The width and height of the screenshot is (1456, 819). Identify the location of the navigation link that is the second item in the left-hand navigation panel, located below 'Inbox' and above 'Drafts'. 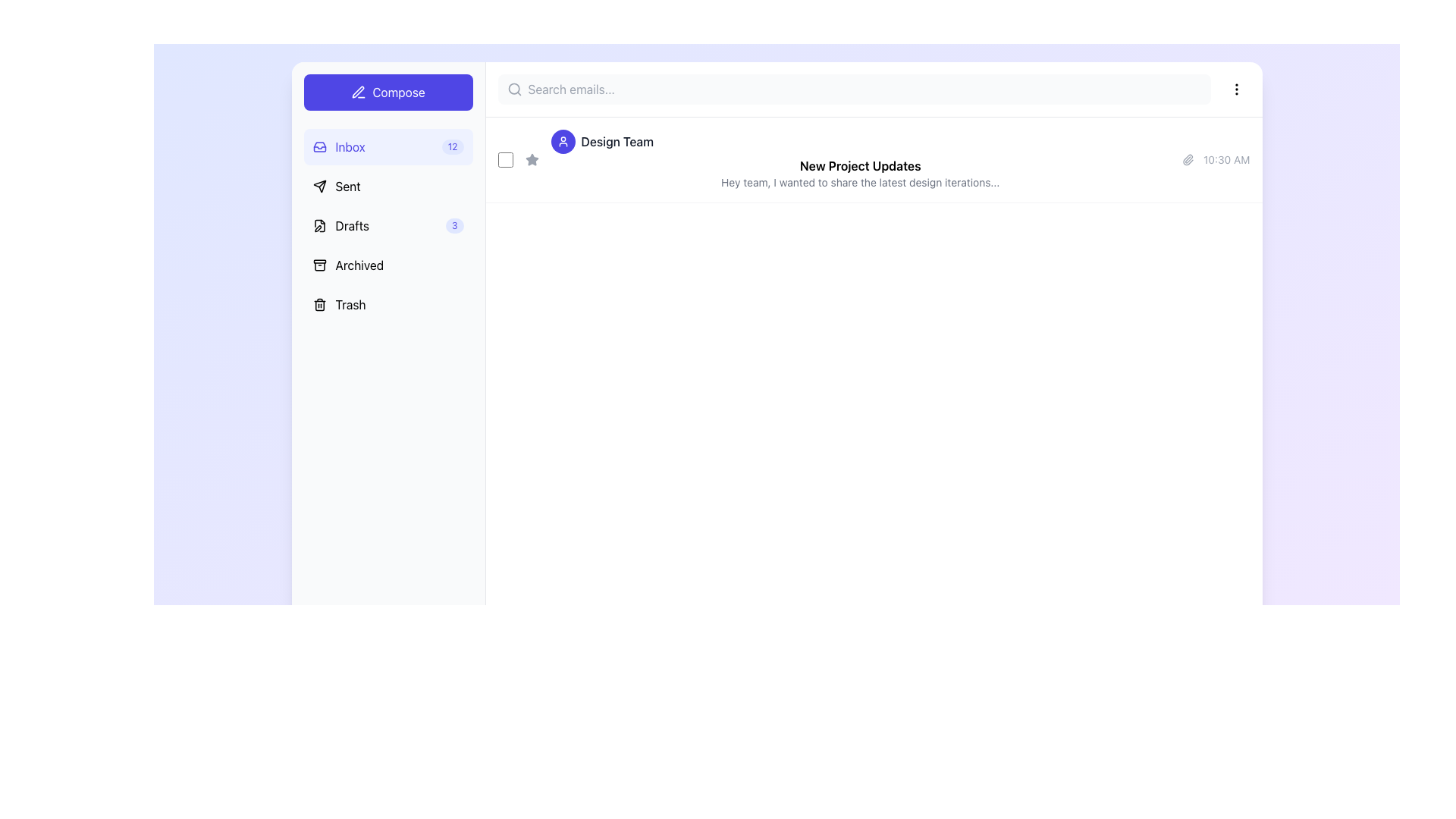
(336, 186).